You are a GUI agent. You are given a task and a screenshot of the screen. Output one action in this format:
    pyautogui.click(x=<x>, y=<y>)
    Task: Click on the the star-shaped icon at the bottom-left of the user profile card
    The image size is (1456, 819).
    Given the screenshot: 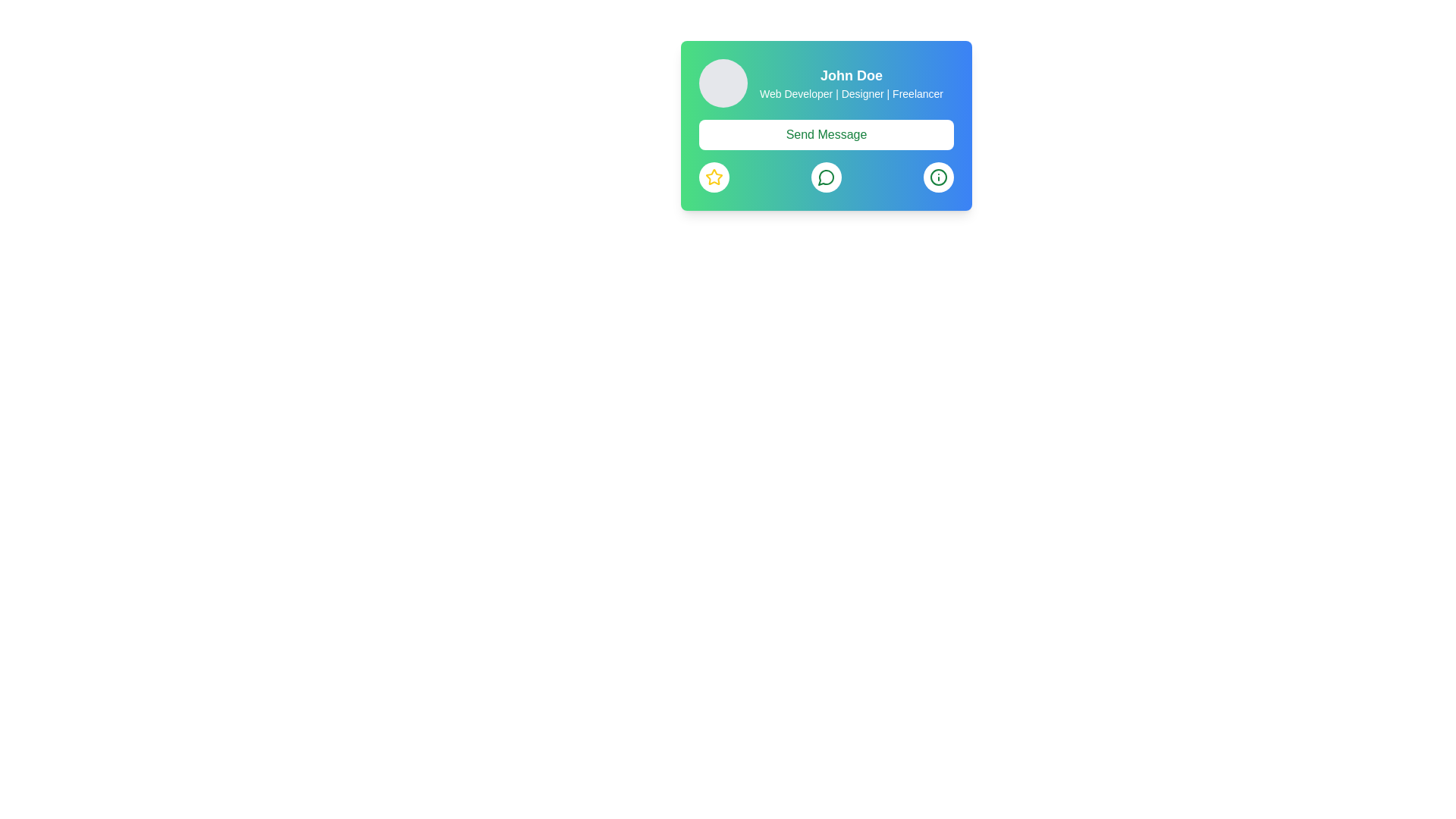 What is the action you would take?
    pyautogui.click(x=713, y=176)
    